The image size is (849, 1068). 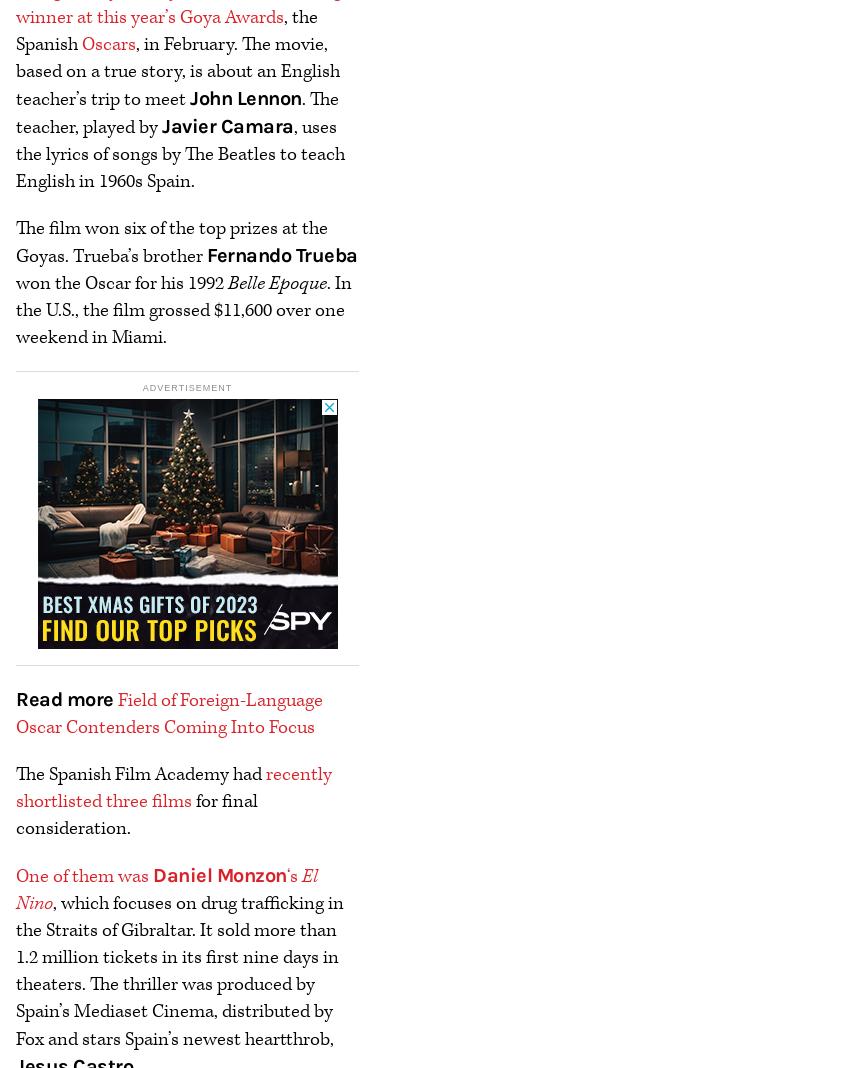 What do you see at coordinates (294, 254) in the screenshot?
I see `'Trueba'` at bounding box center [294, 254].